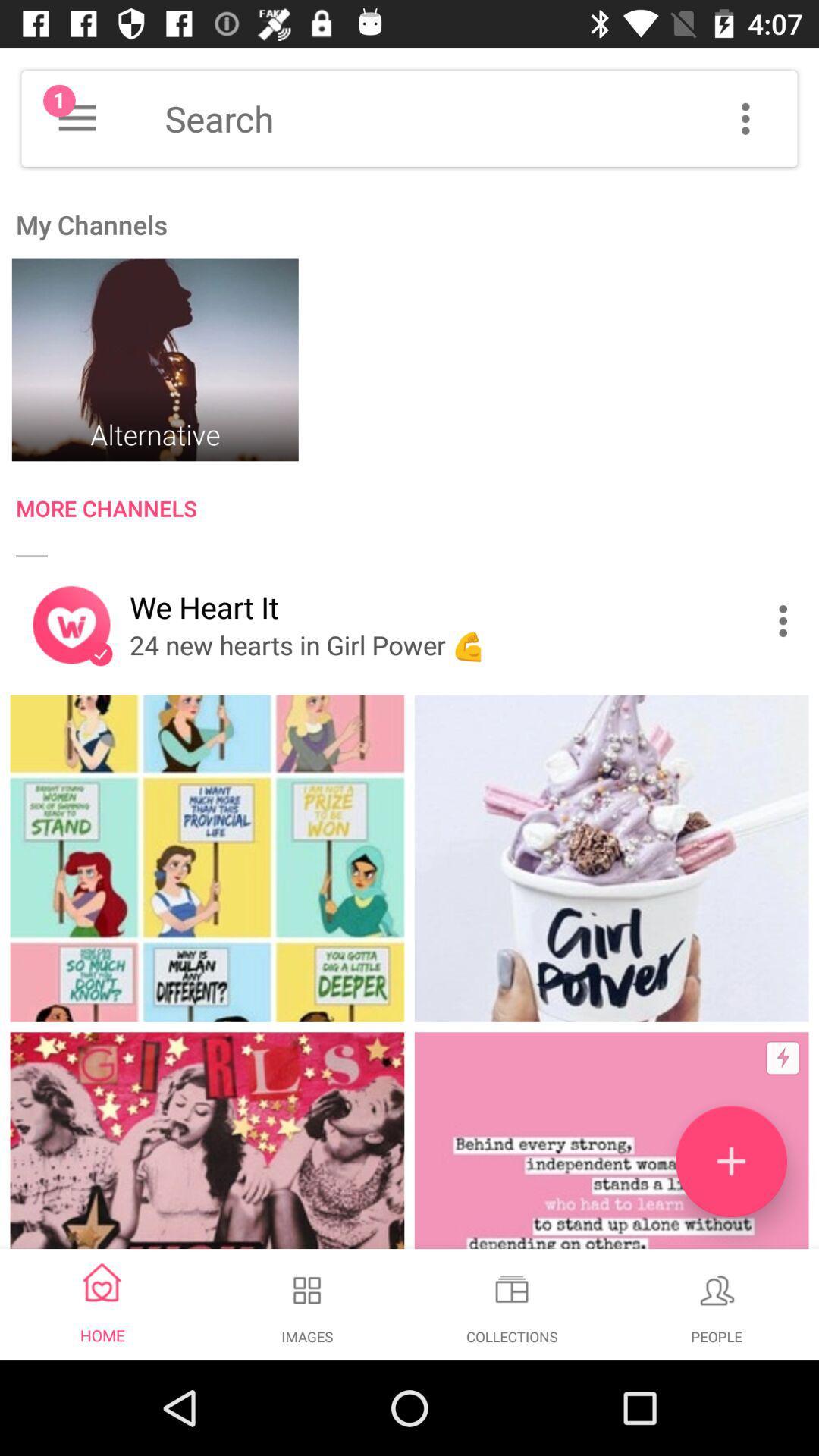 The width and height of the screenshot is (819, 1456). What do you see at coordinates (481, 118) in the screenshot?
I see `search` at bounding box center [481, 118].